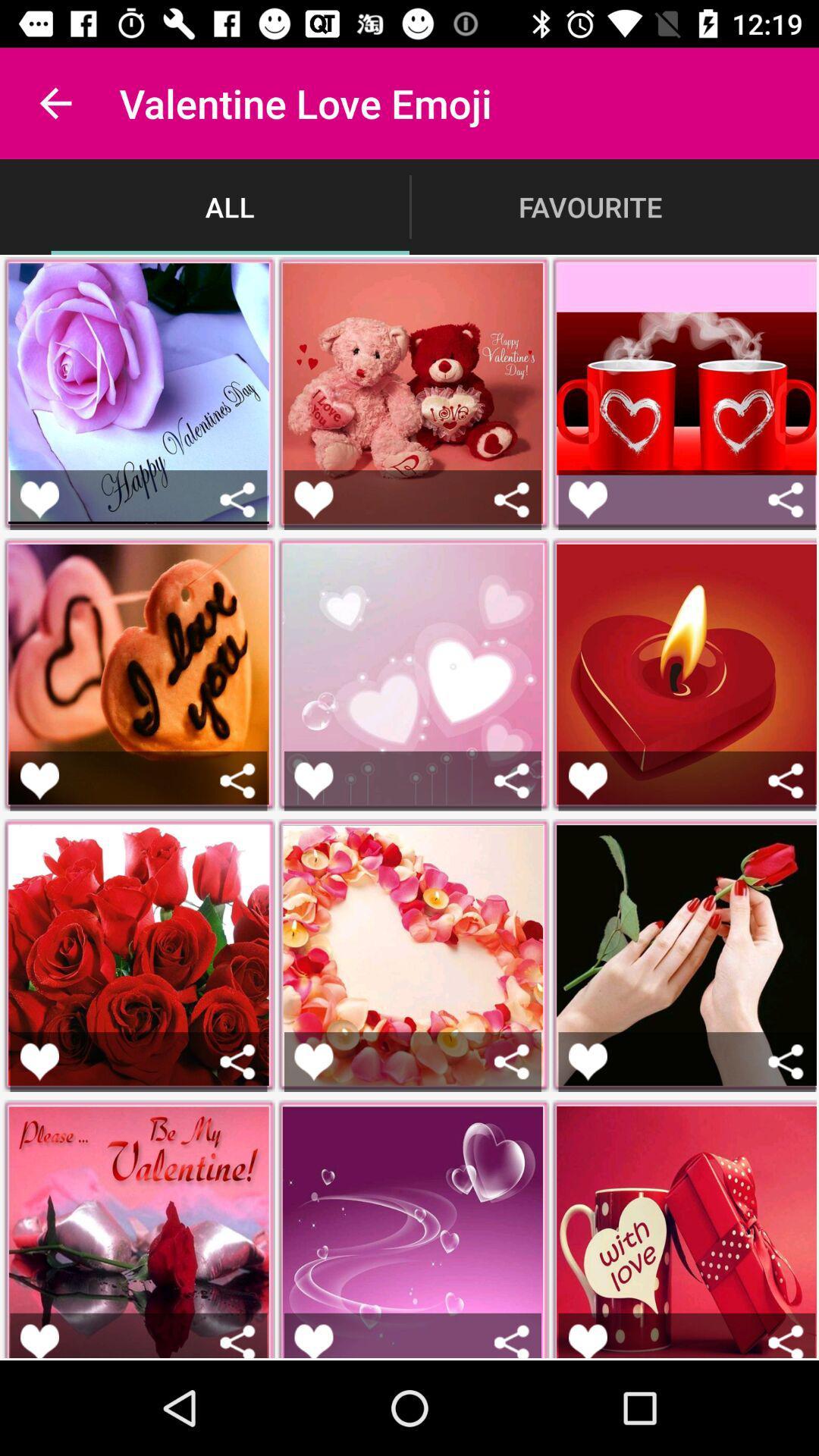 The width and height of the screenshot is (819, 1456). What do you see at coordinates (39, 1061) in the screenshot?
I see `like picture` at bounding box center [39, 1061].